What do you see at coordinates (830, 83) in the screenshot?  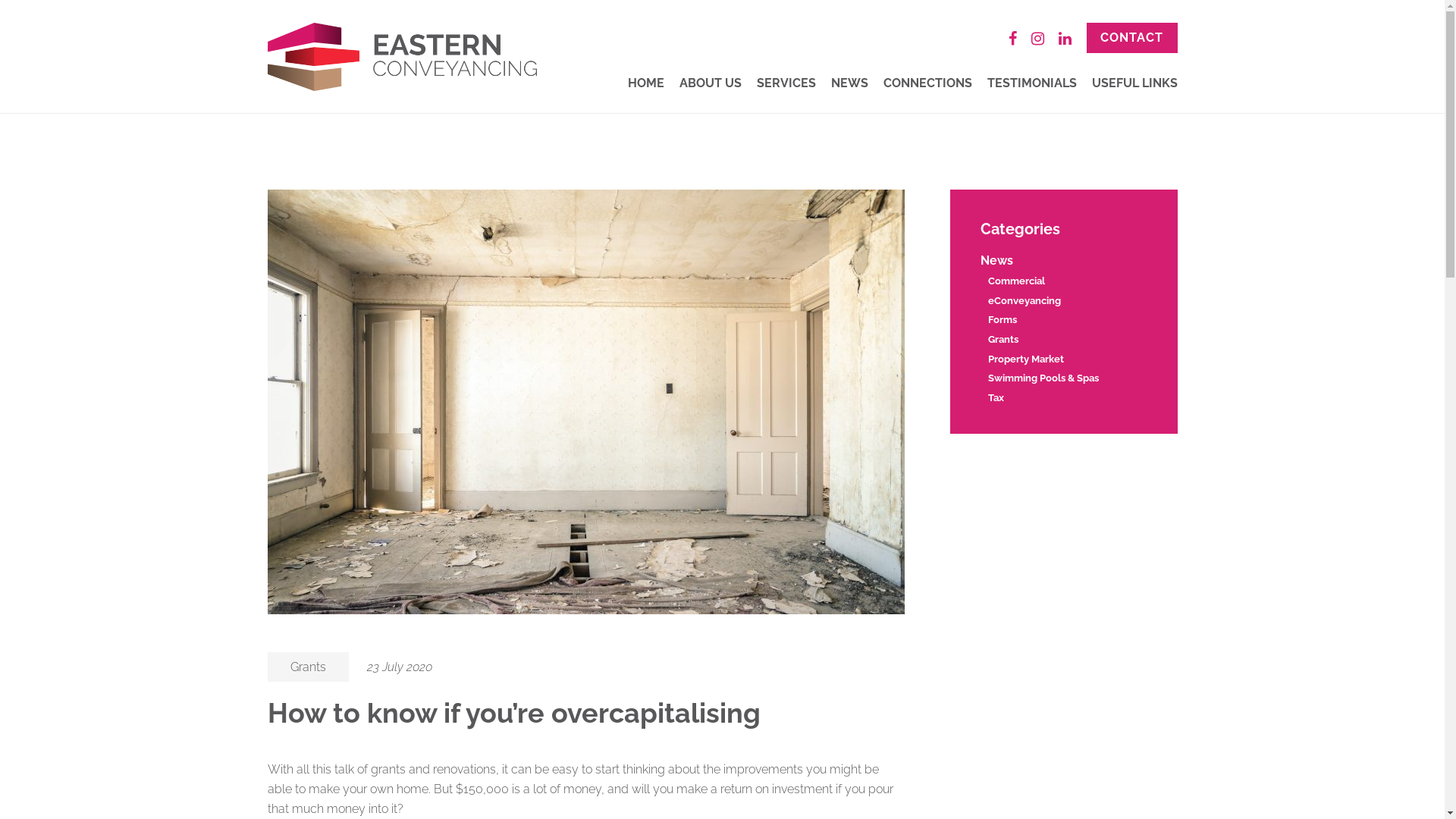 I see `'NEWS'` at bounding box center [830, 83].